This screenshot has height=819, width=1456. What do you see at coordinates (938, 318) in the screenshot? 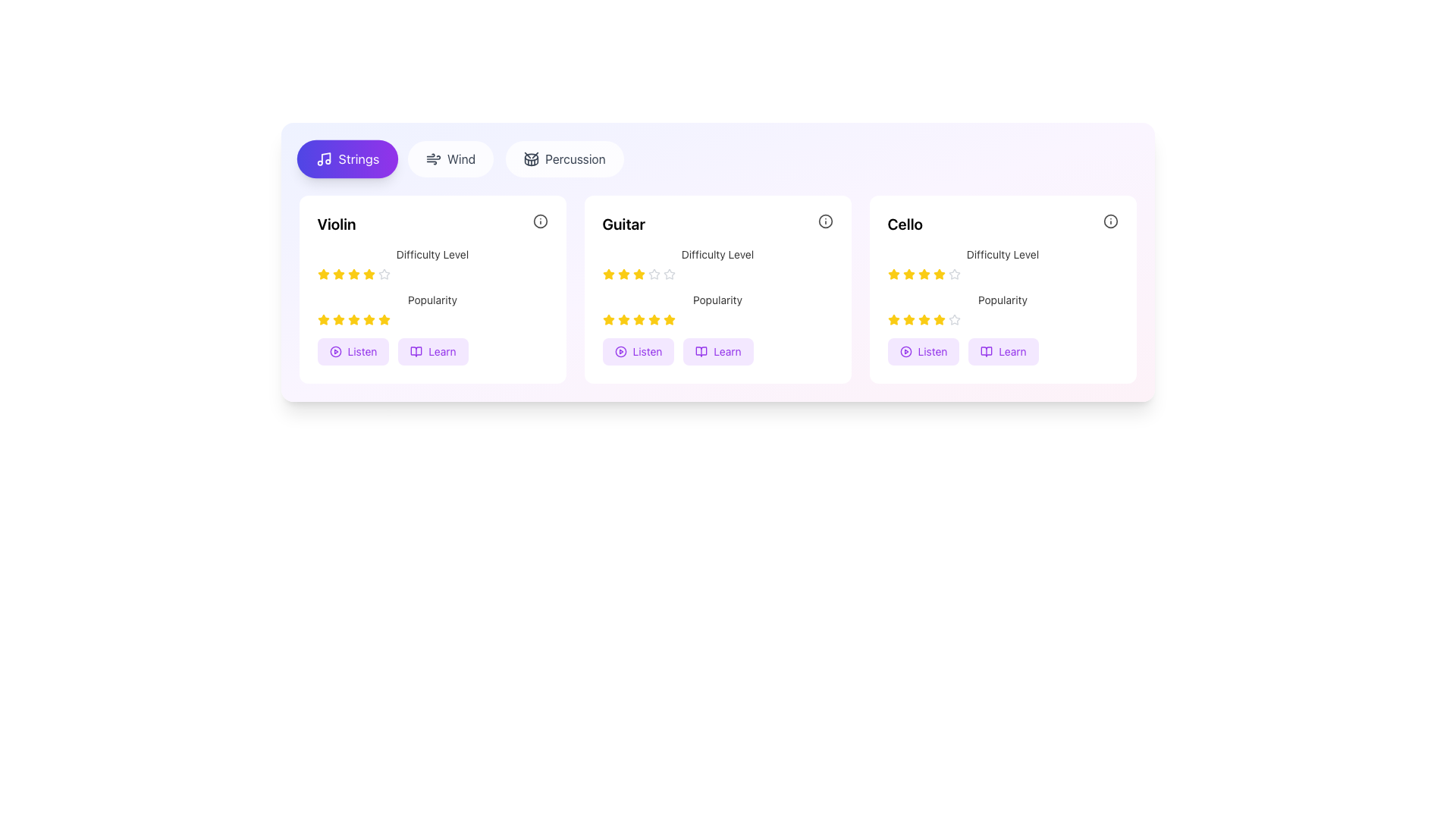
I see `the fourth star in the five-star rating system labeled 'Popularity' within the 'Cello' card` at bounding box center [938, 318].